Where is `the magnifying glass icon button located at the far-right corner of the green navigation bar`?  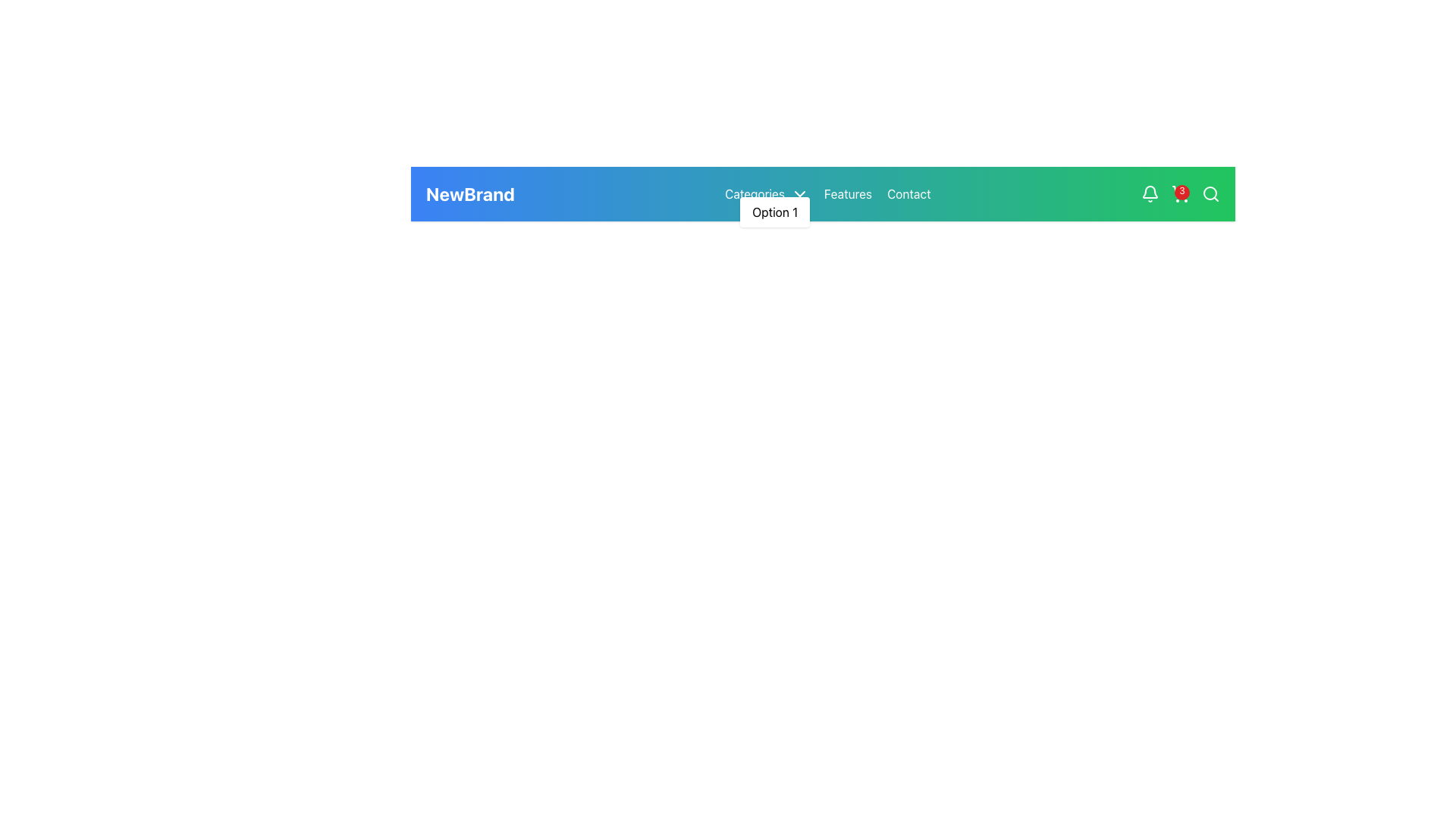
the magnifying glass icon button located at the far-right corner of the green navigation bar is located at coordinates (1210, 193).